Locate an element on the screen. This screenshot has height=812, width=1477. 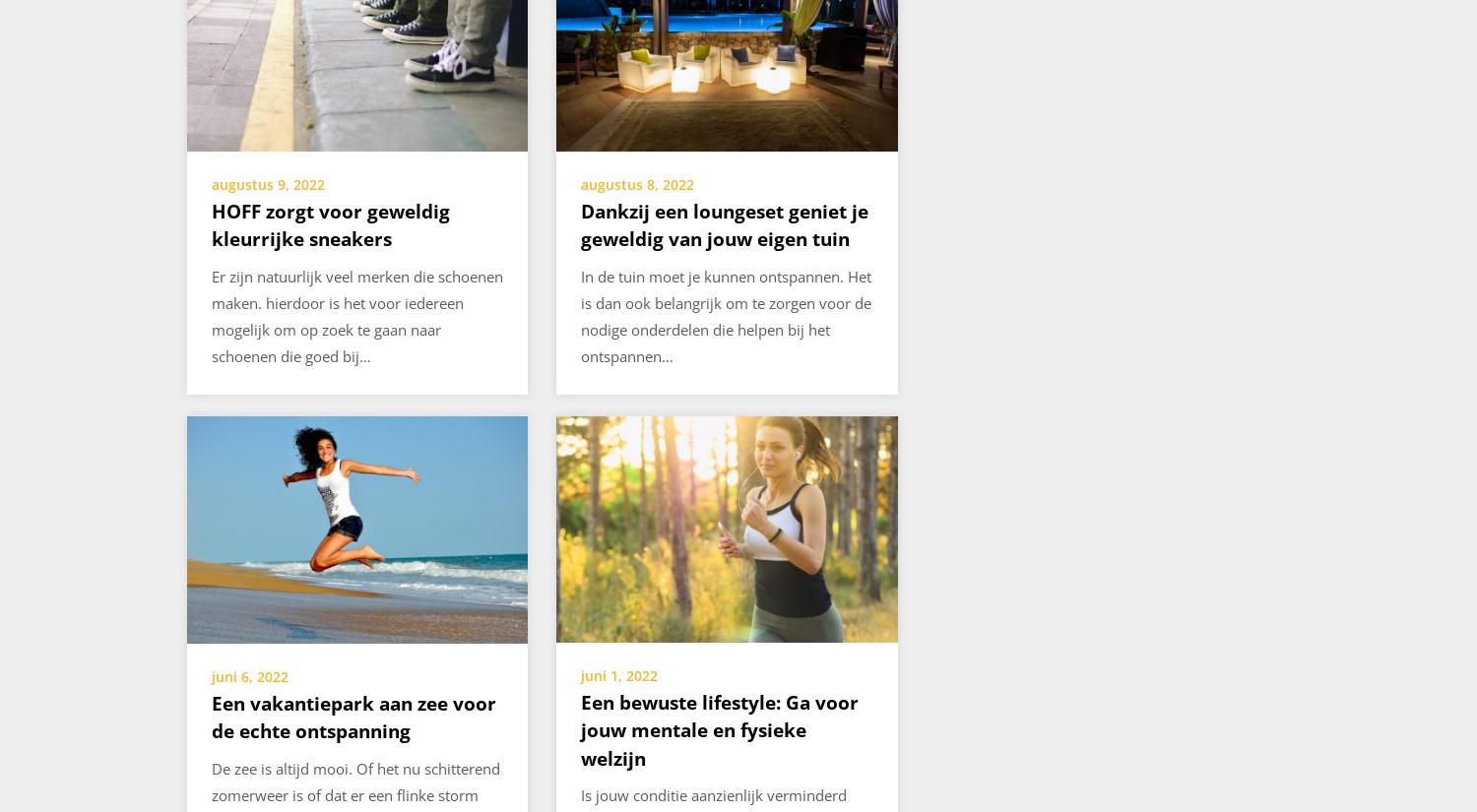
'juni 1, 2022' is located at coordinates (618, 674).